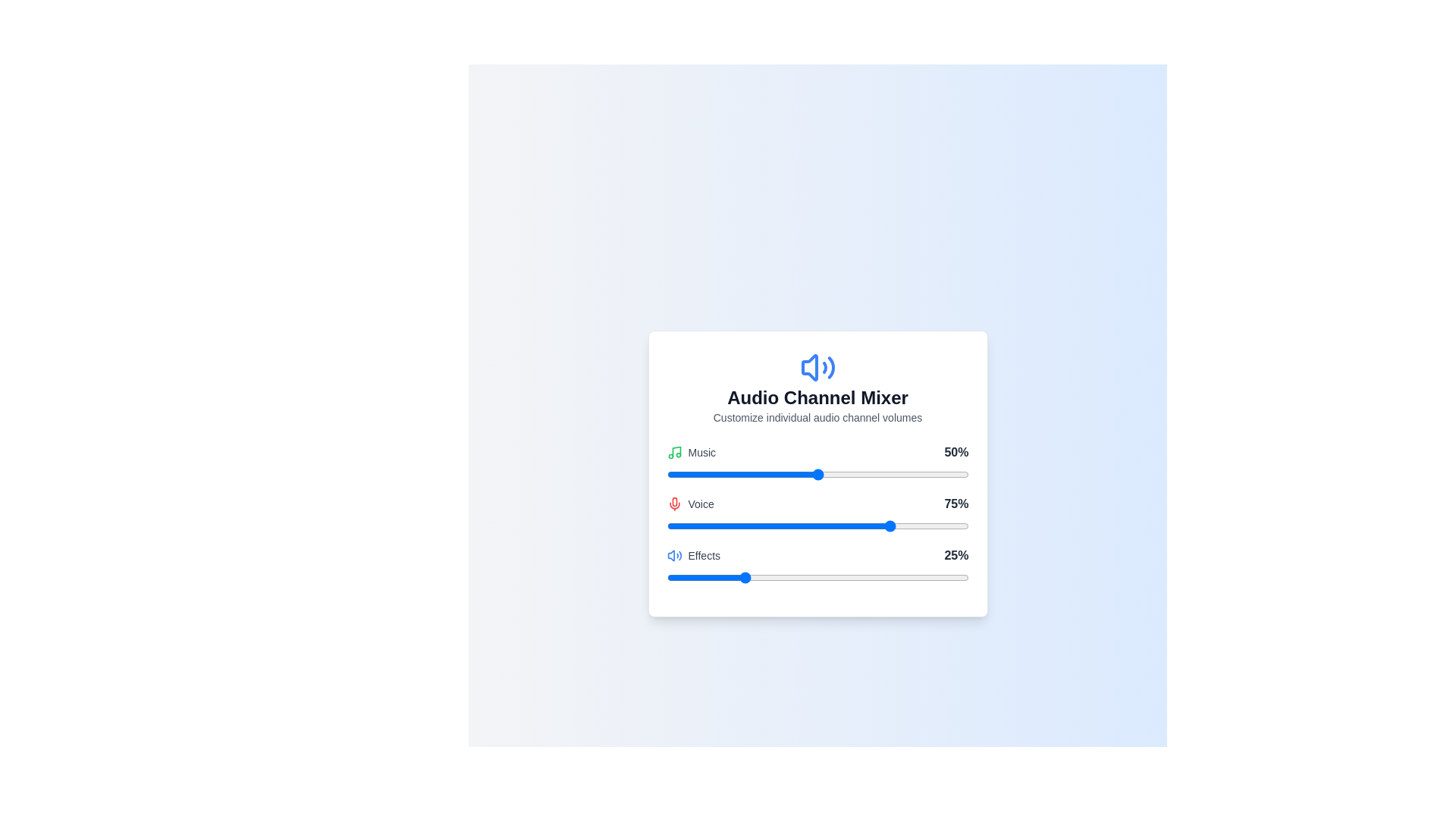 The width and height of the screenshot is (1456, 819). What do you see at coordinates (817, 418) in the screenshot?
I see `the descriptive text explaining the functionality of the 'Audio Channel Mixer' feature, which is located below the title and above the sliders for 'Music', 'Voice', and 'Effects'` at bounding box center [817, 418].